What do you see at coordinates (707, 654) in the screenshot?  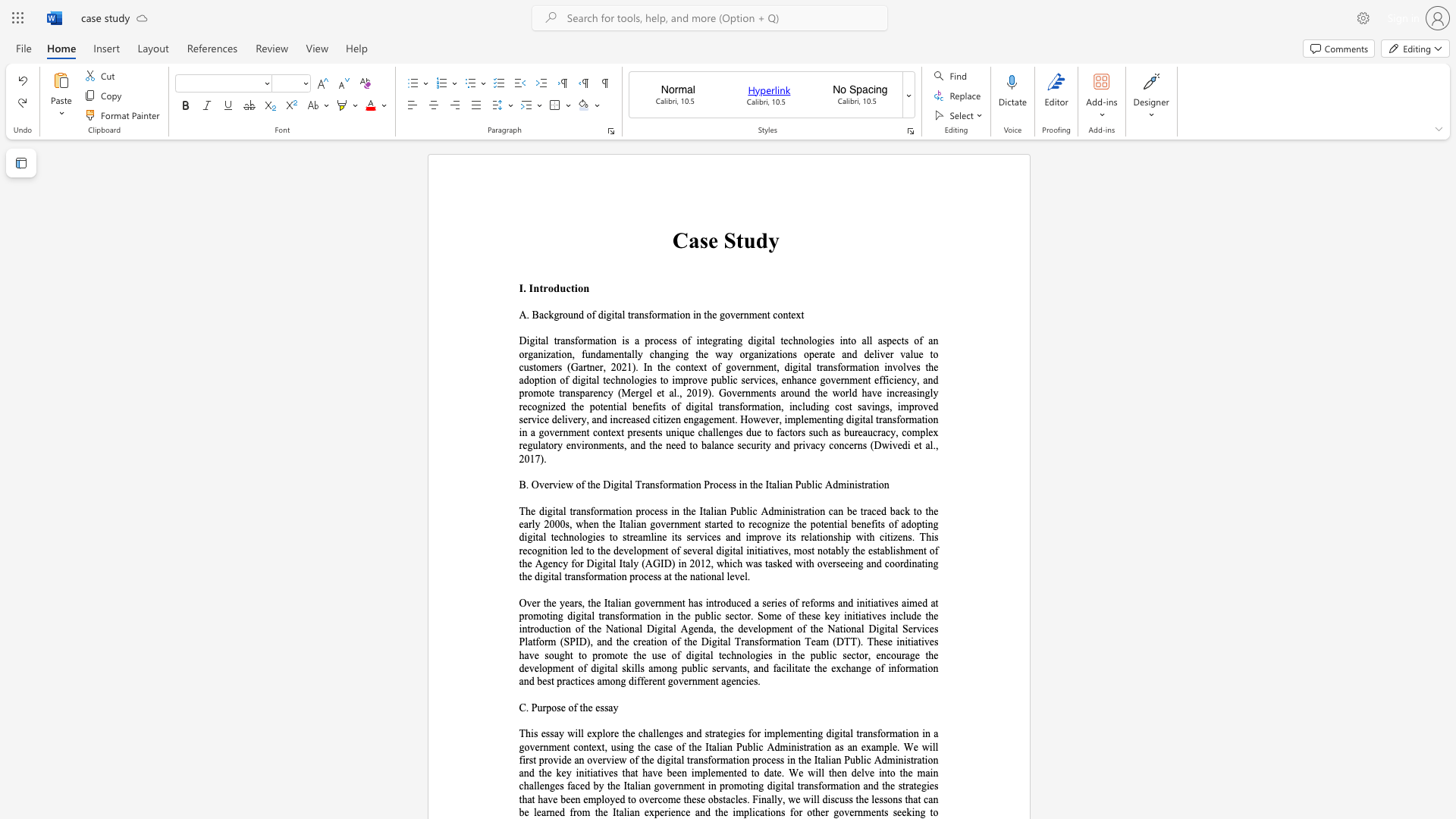 I see `the 30th character "a" in the text` at bounding box center [707, 654].